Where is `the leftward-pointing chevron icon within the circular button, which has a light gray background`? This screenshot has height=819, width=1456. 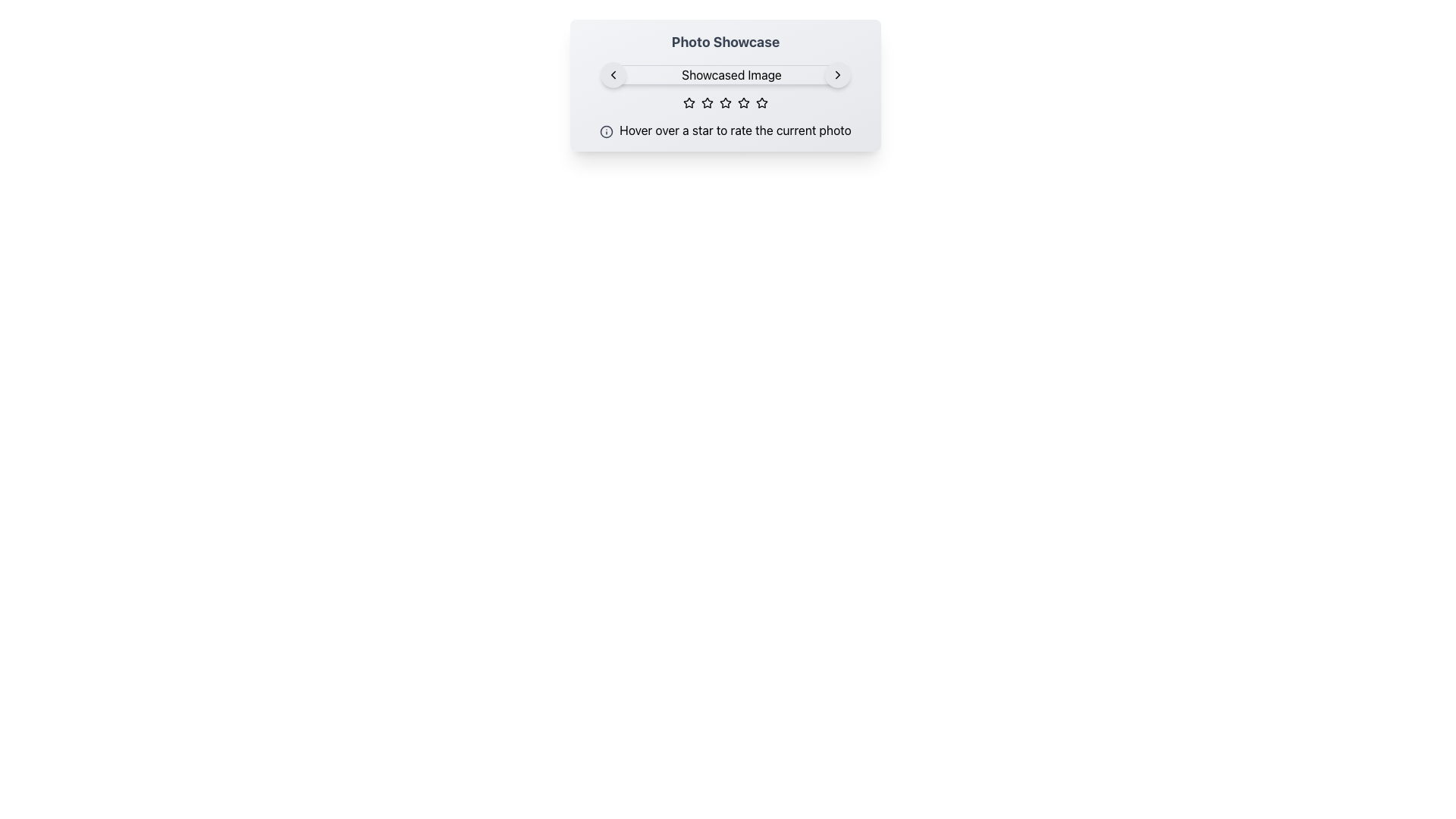
the leftward-pointing chevron icon within the circular button, which has a light gray background is located at coordinates (613, 75).